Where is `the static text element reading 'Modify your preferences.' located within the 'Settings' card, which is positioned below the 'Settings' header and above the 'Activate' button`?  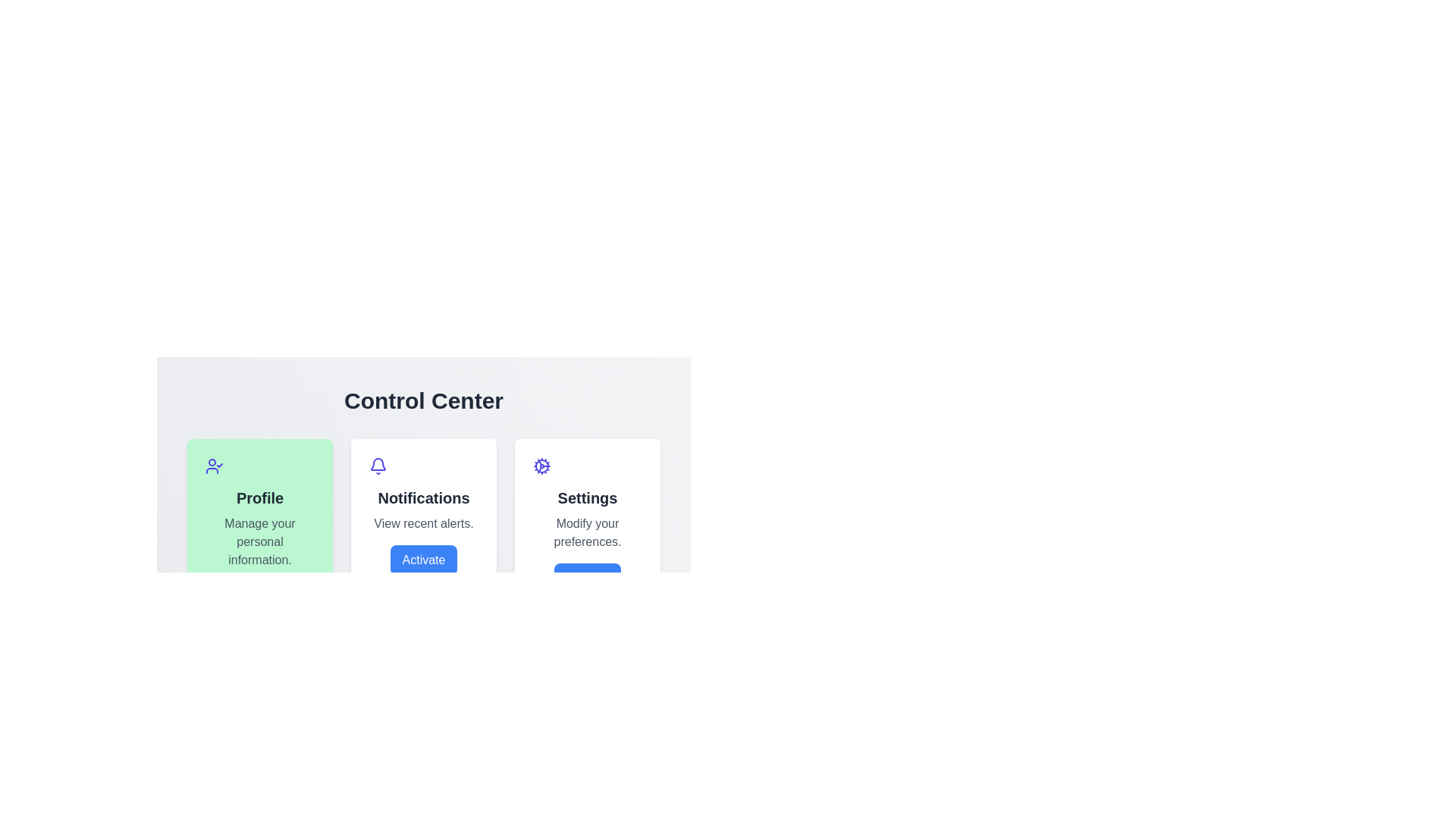 the static text element reading 'Modify your preferences.' located within the 'Settings' card, which is positioned below the 'Settings' header and above the 'Activate' button is located at coordinates (586, 532).